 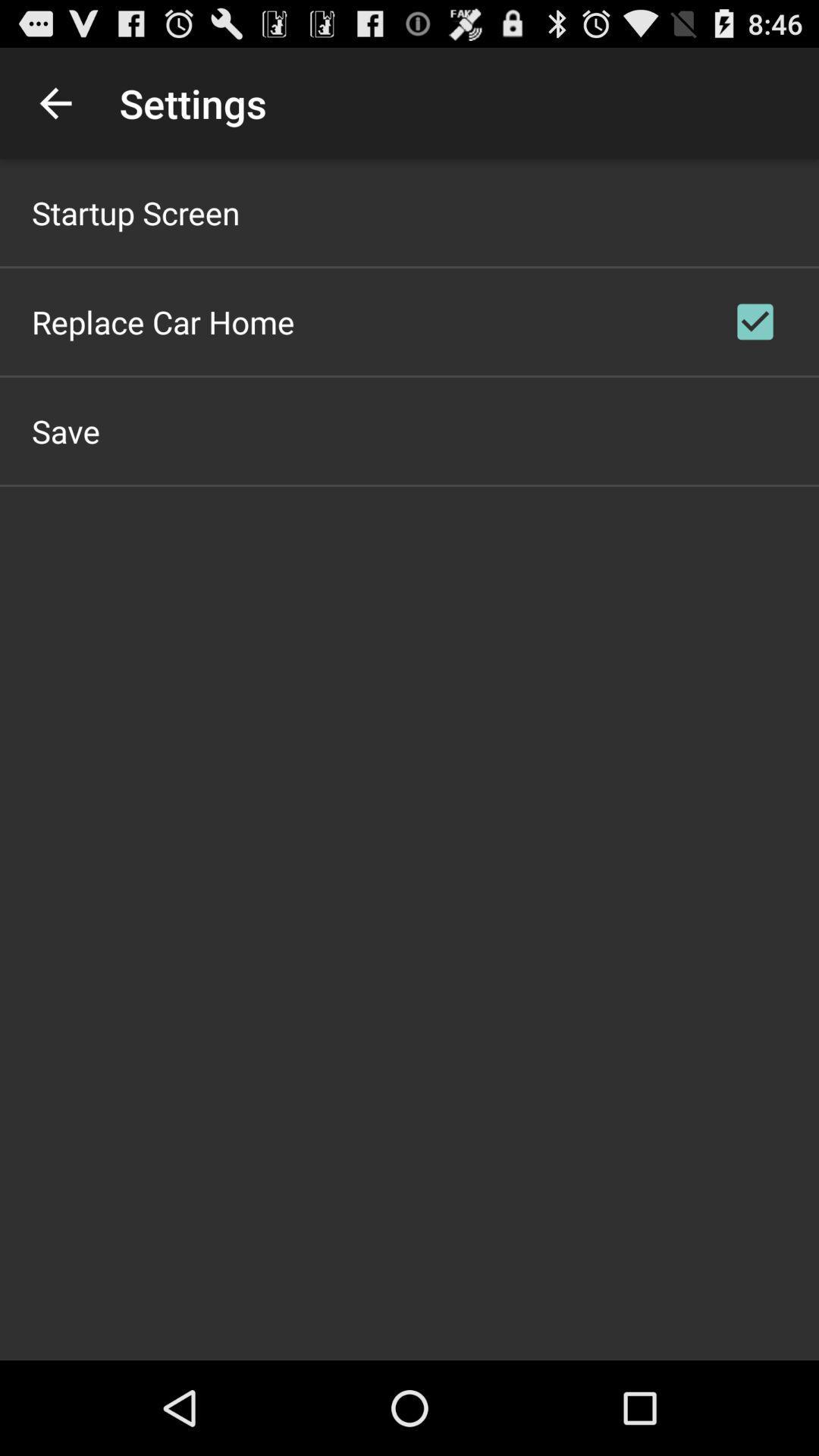 I want to click on the startup screen app, so click(x=135, y=212).